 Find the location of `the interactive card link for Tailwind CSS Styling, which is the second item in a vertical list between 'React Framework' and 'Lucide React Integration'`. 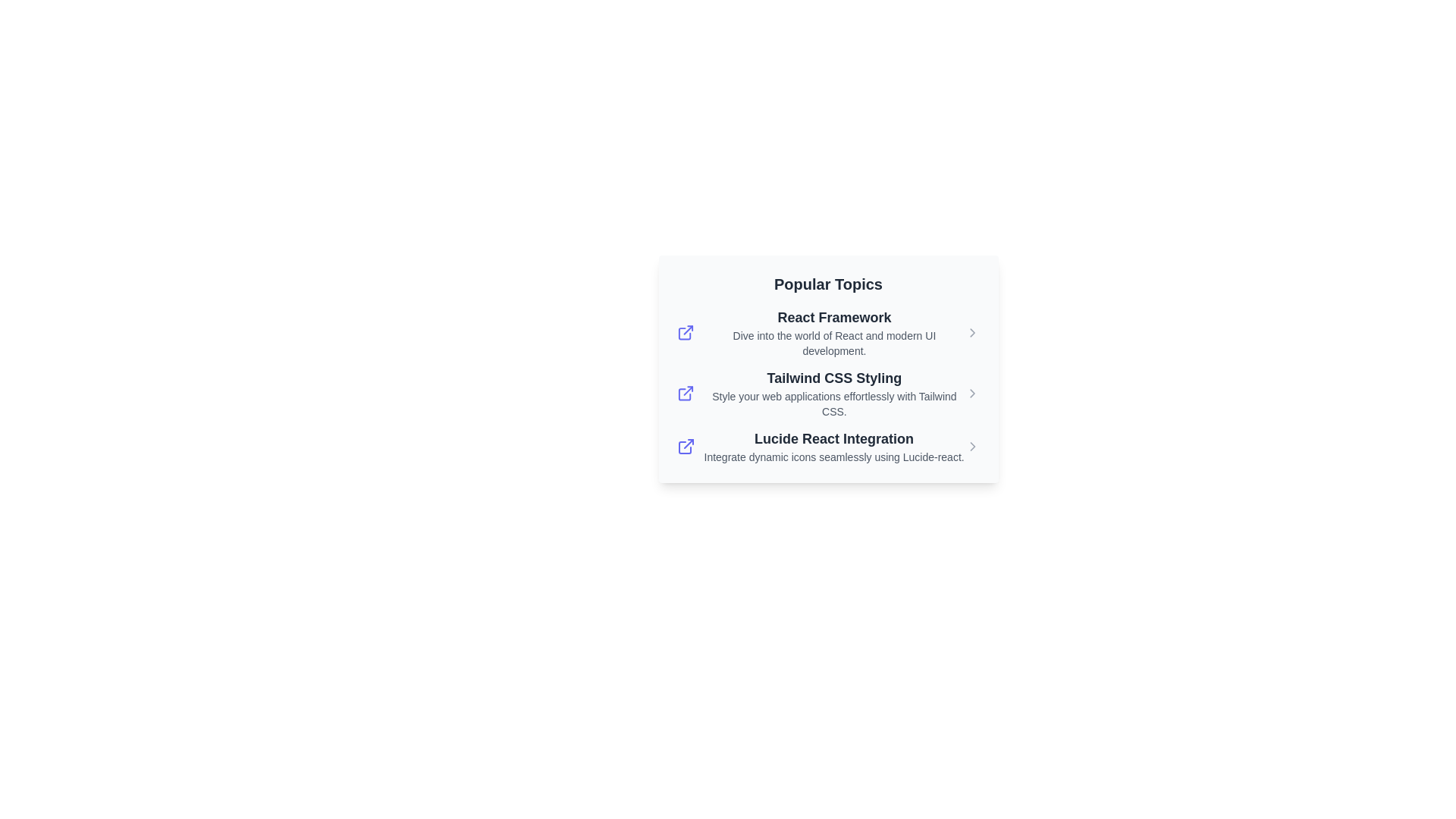

the interactive card link for Tailwind CSS Styling, which is the second item in a vertical list between 'React Framework' and 'Lucide React Integration' is located at coordinates (827, 393).